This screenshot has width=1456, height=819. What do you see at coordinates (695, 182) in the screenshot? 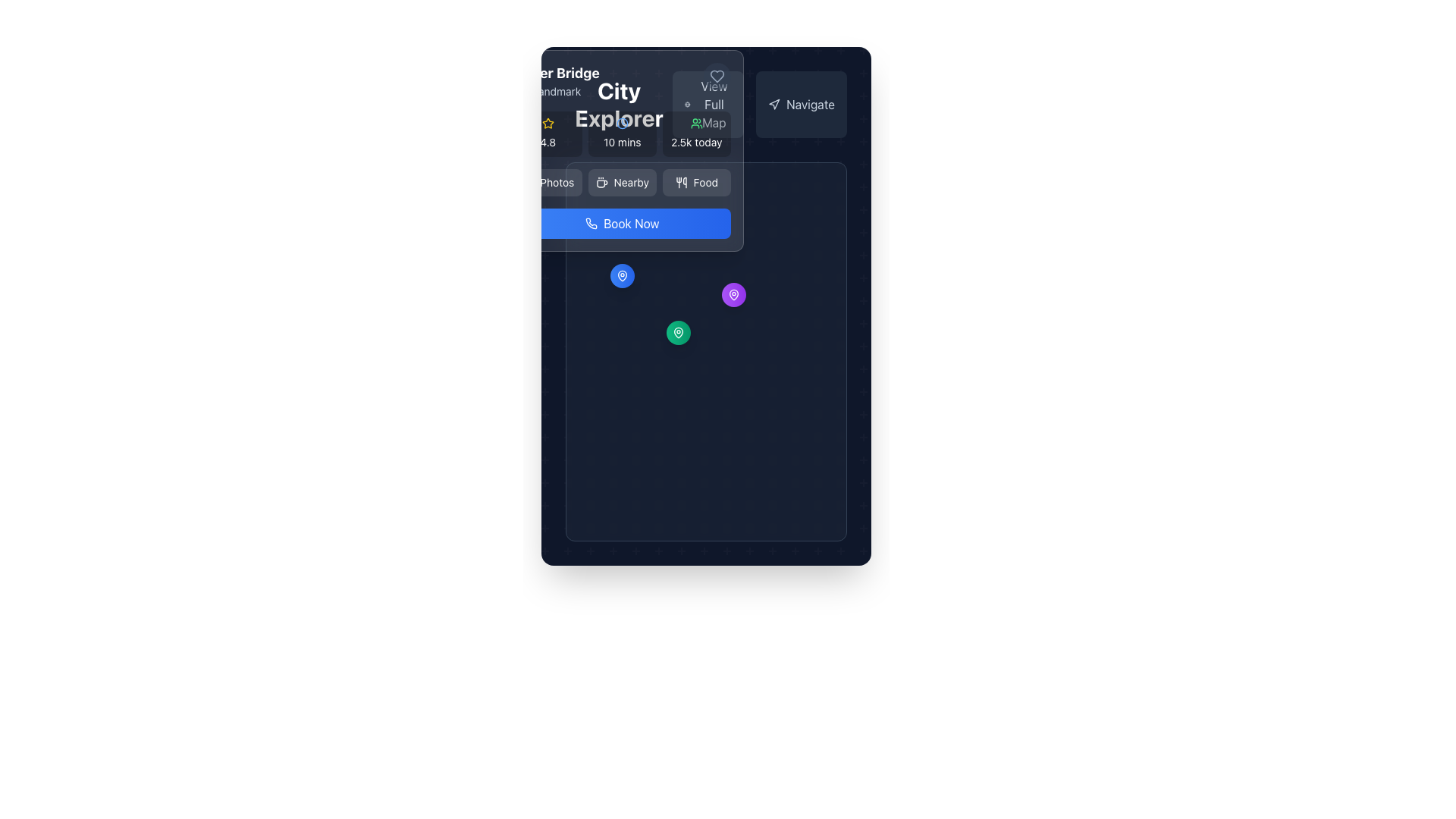
I see `the 'Food' button, which is the fourth button in a horizontal alignment, featuring a fork and knife icon on the left and a dark background that lightens on hover` at bounding box center [695, 182].